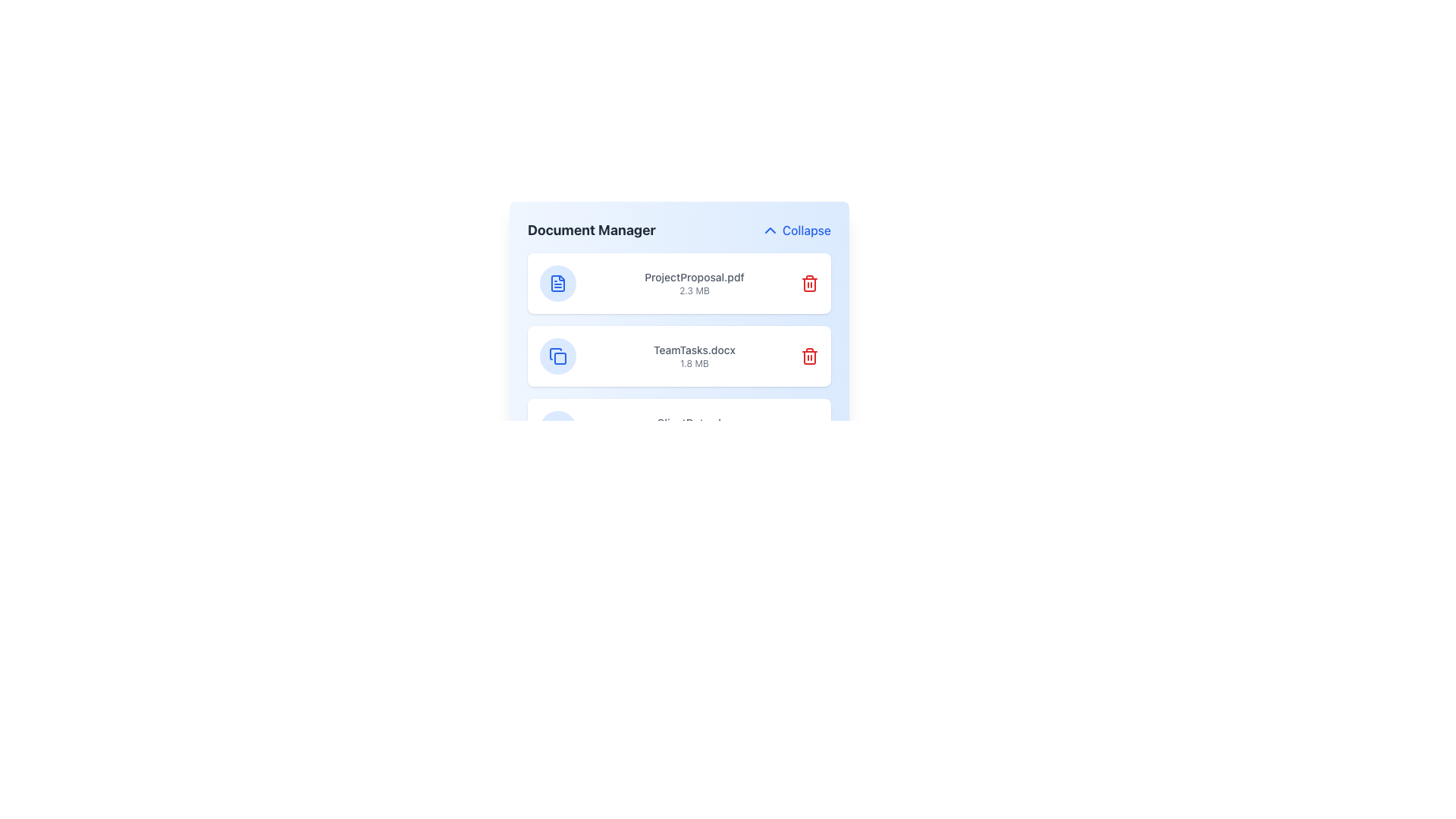 The width and height of the screenshot is (1456, 819). What do you see at coordinates (557, 284) in the screenshot?
I see `the first document icon in the 'Document Manager' panel` at bounding box center [557, 284].